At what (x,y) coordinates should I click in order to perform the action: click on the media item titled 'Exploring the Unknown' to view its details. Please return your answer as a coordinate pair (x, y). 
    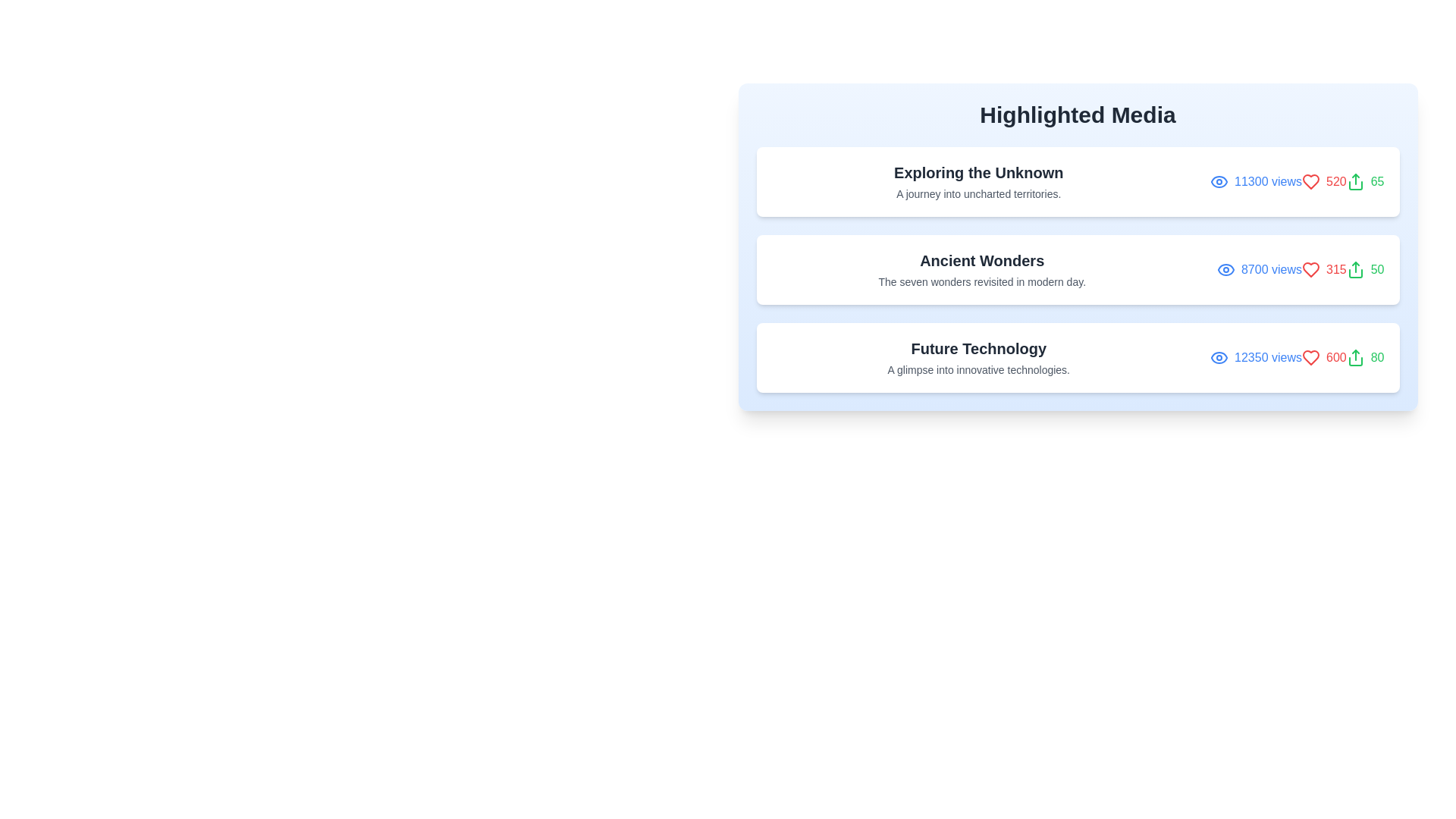
    Looking at the image, I should click on (1077, 180).